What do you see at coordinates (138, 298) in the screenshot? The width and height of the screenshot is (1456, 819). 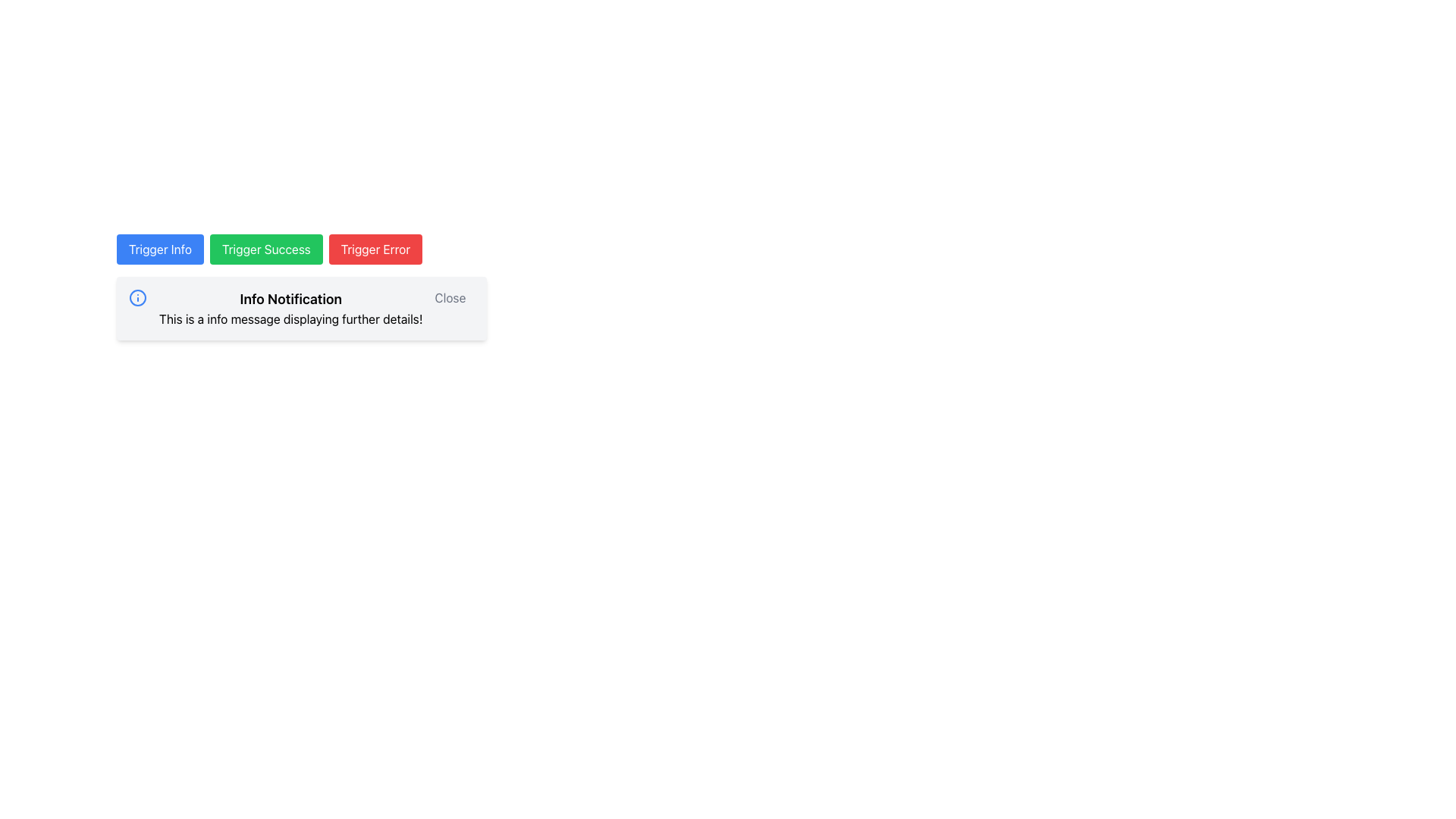 I see `the informational icon located in the top-left corner of the 'Info Notification' box, adjacent to the title text, to provide a visual cue about the message` at bounding box center [138, 298].